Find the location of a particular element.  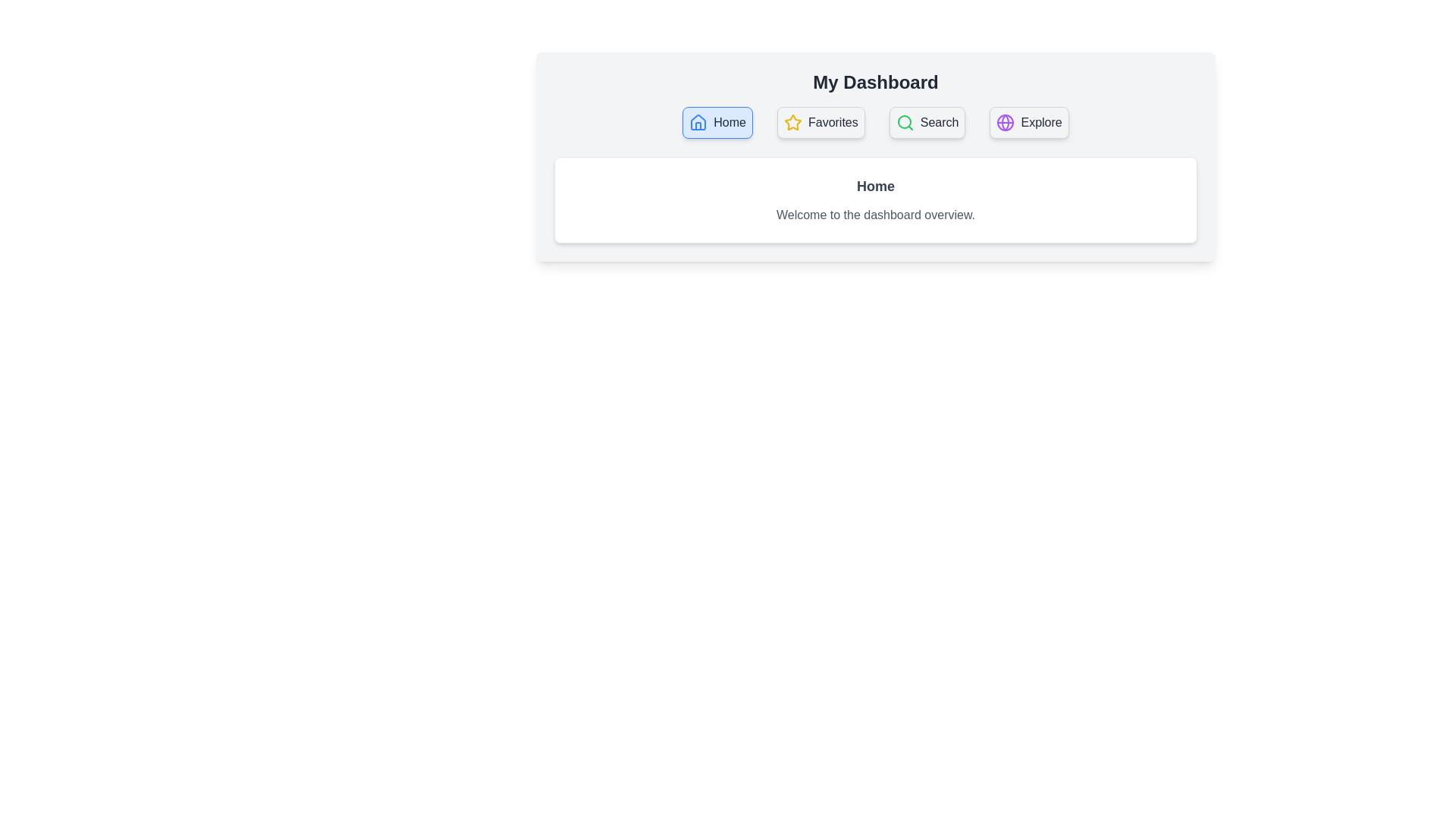

the tab Favorites is located at coordinates (820, 122).